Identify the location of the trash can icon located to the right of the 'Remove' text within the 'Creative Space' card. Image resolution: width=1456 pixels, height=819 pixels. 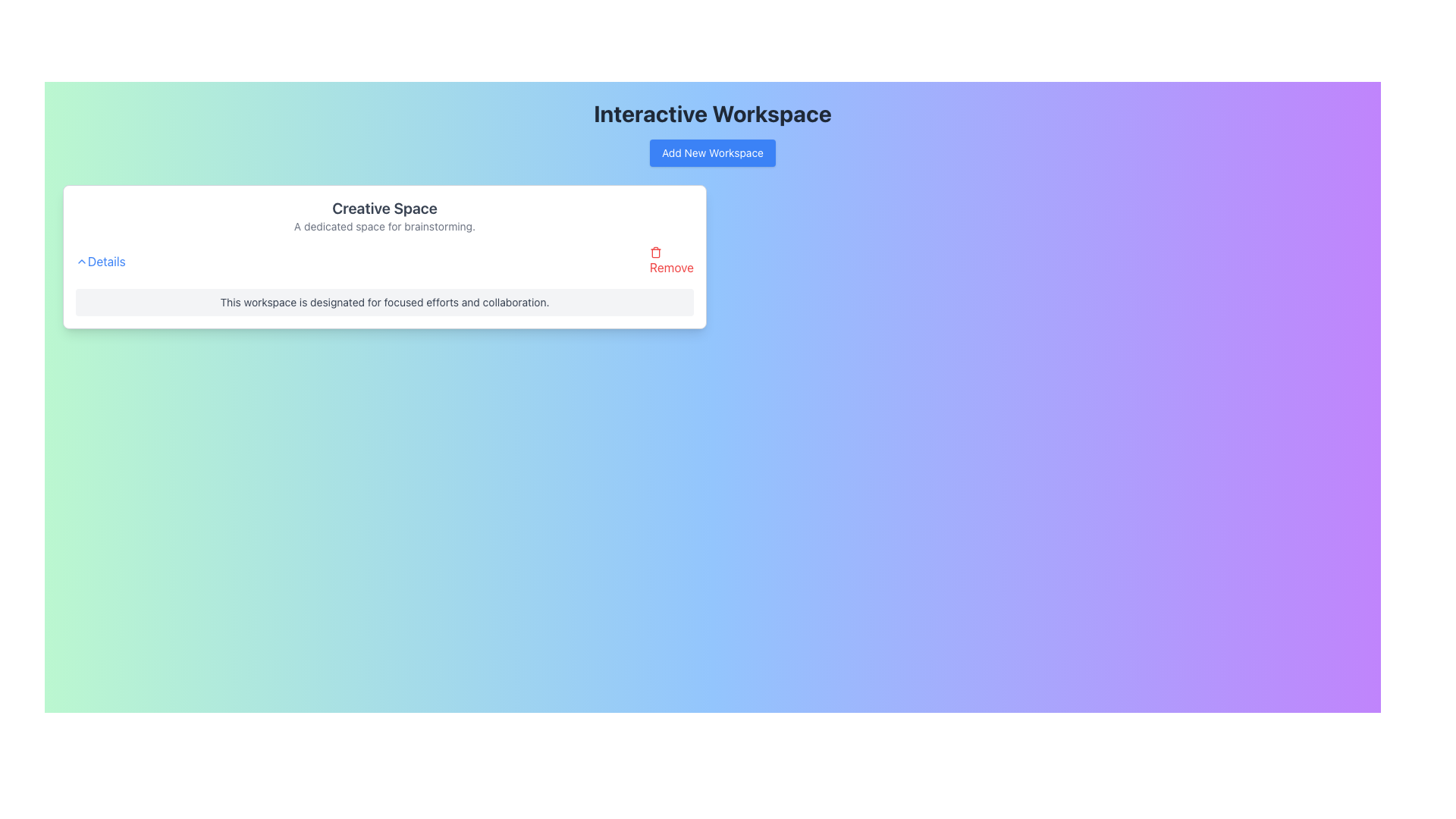
(655, 253).